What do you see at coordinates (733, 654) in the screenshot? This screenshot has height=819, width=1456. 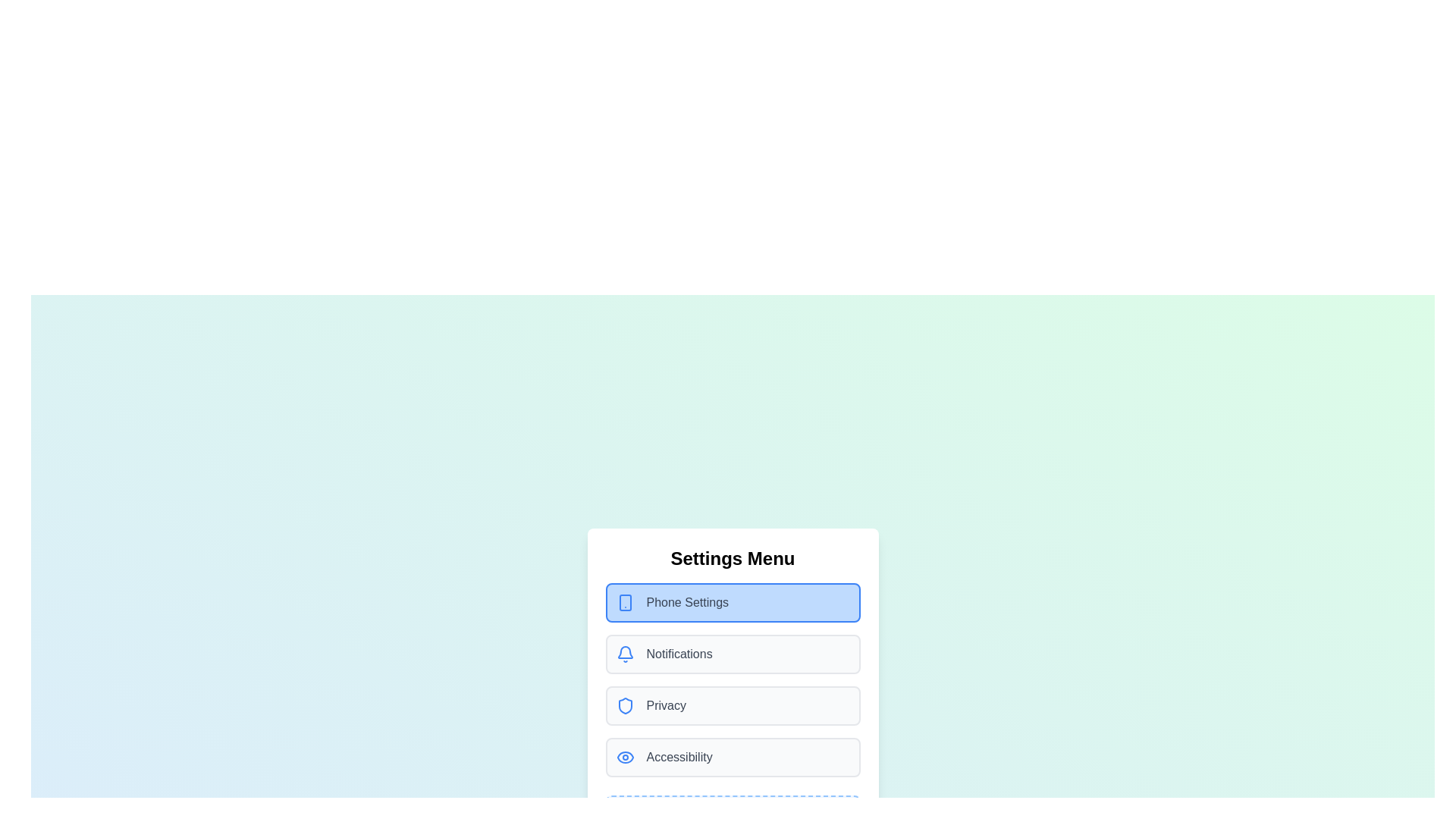 I see `the menu item corresponding to Notifications` at bounding box center [733, 654].